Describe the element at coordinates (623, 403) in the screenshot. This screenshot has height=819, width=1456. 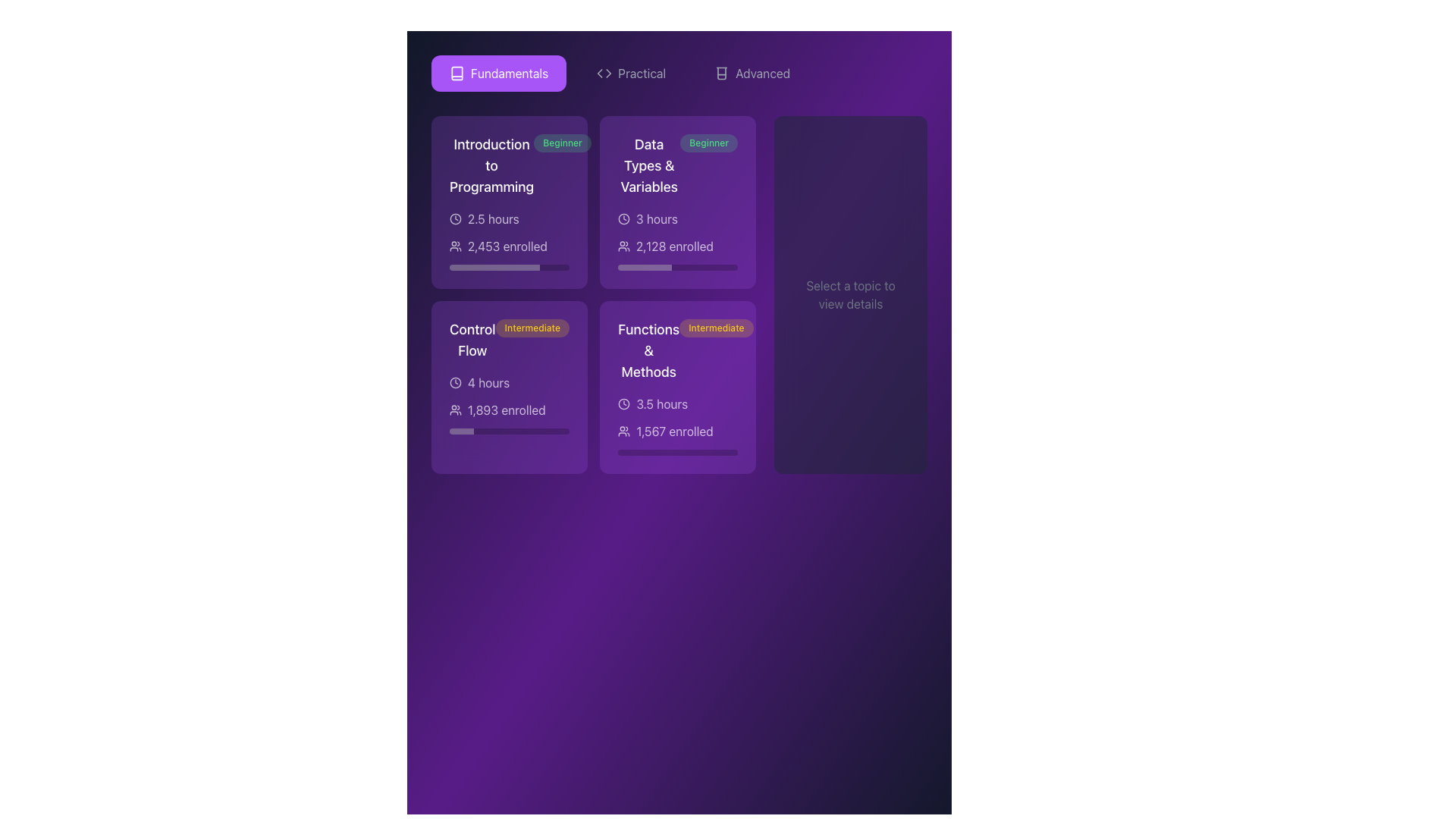
I see `the circular element representing the face of the clock icon, which is centrally located within the clock graphic on the fourth card in the second row` at that location.